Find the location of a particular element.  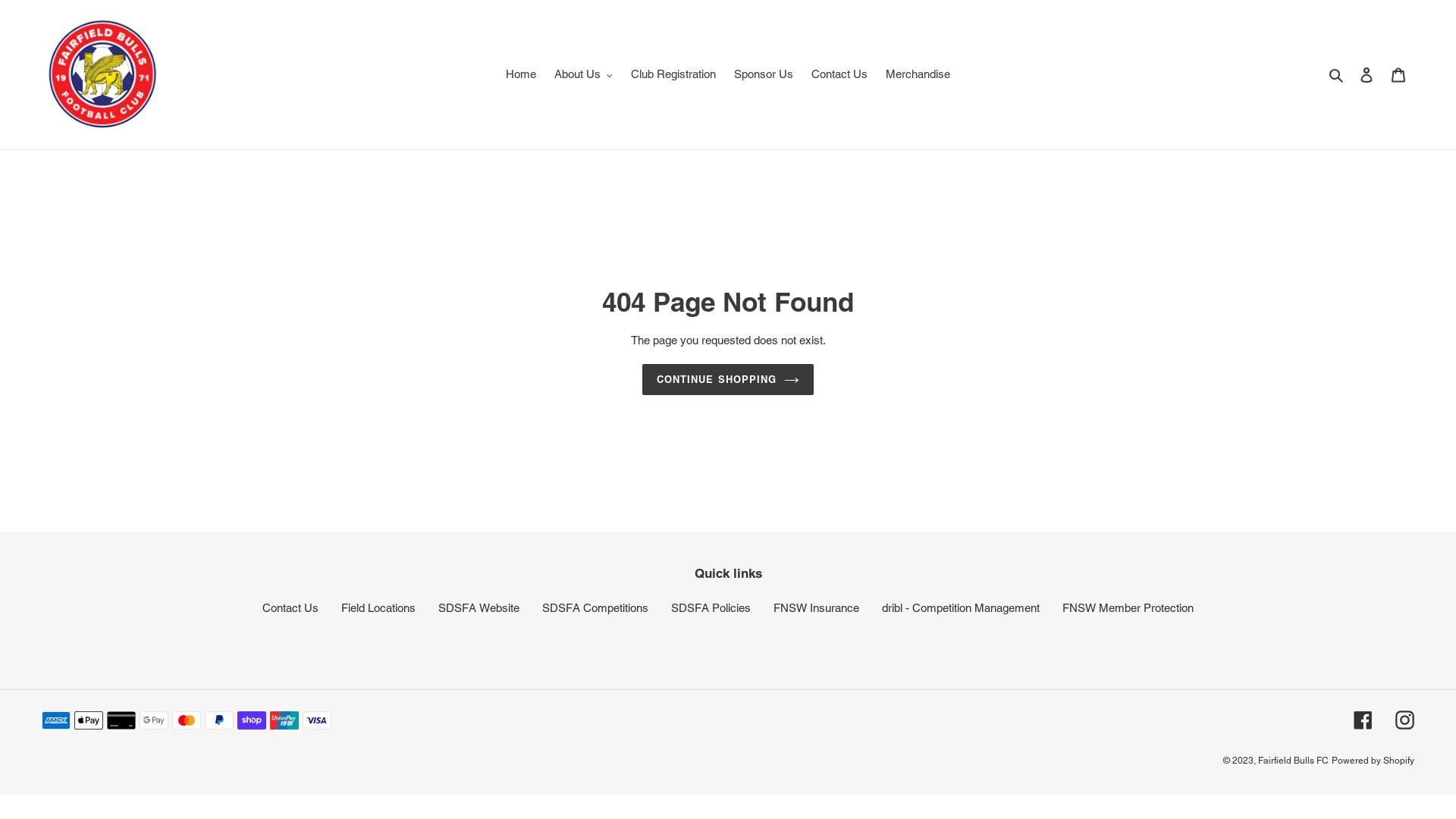

'Instagram' is located at coordinates (1404, 719).